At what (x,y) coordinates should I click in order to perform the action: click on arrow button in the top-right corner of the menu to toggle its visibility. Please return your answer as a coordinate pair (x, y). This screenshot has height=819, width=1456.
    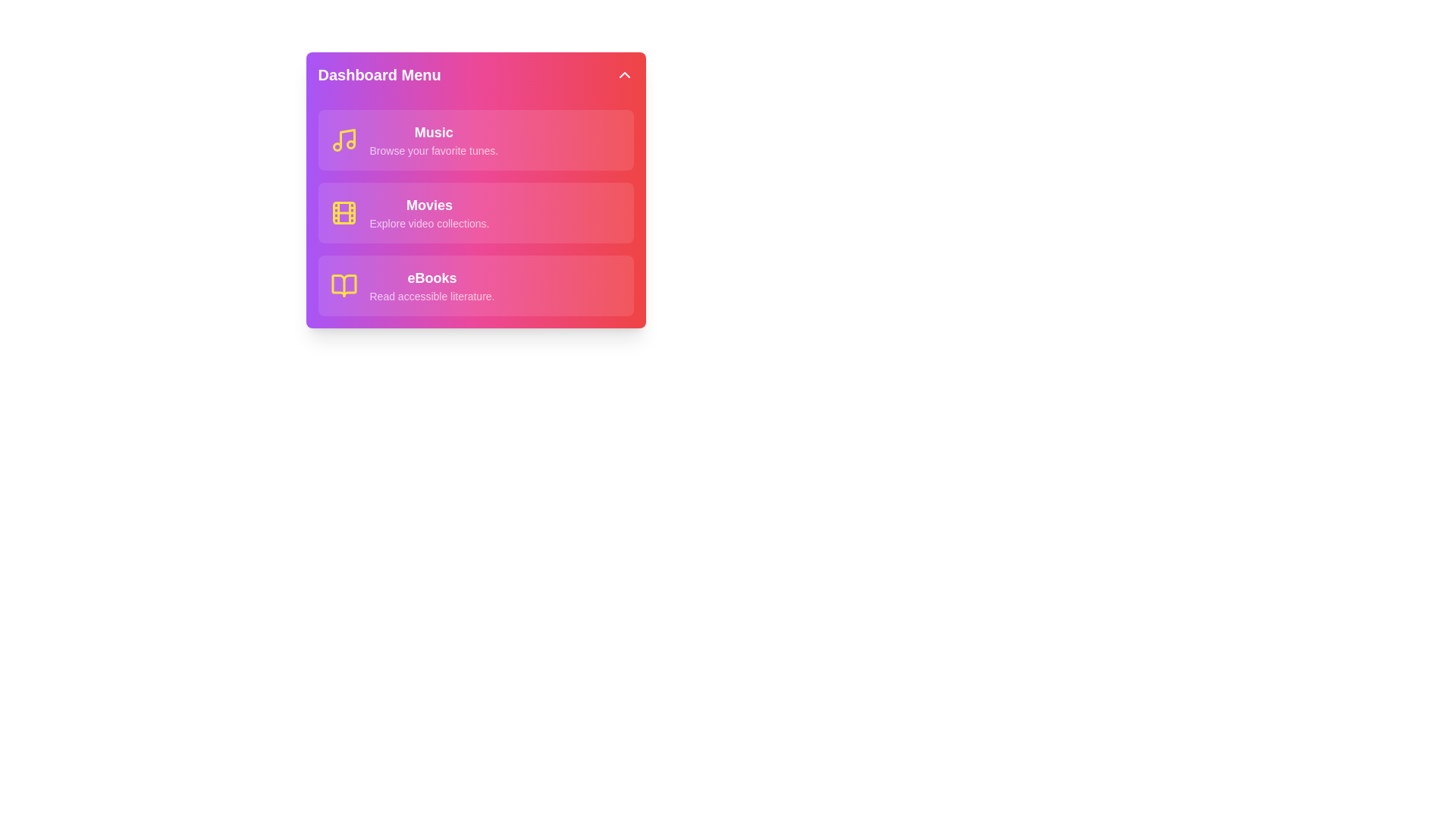
    Looking at the image, I should click on (624, 75).